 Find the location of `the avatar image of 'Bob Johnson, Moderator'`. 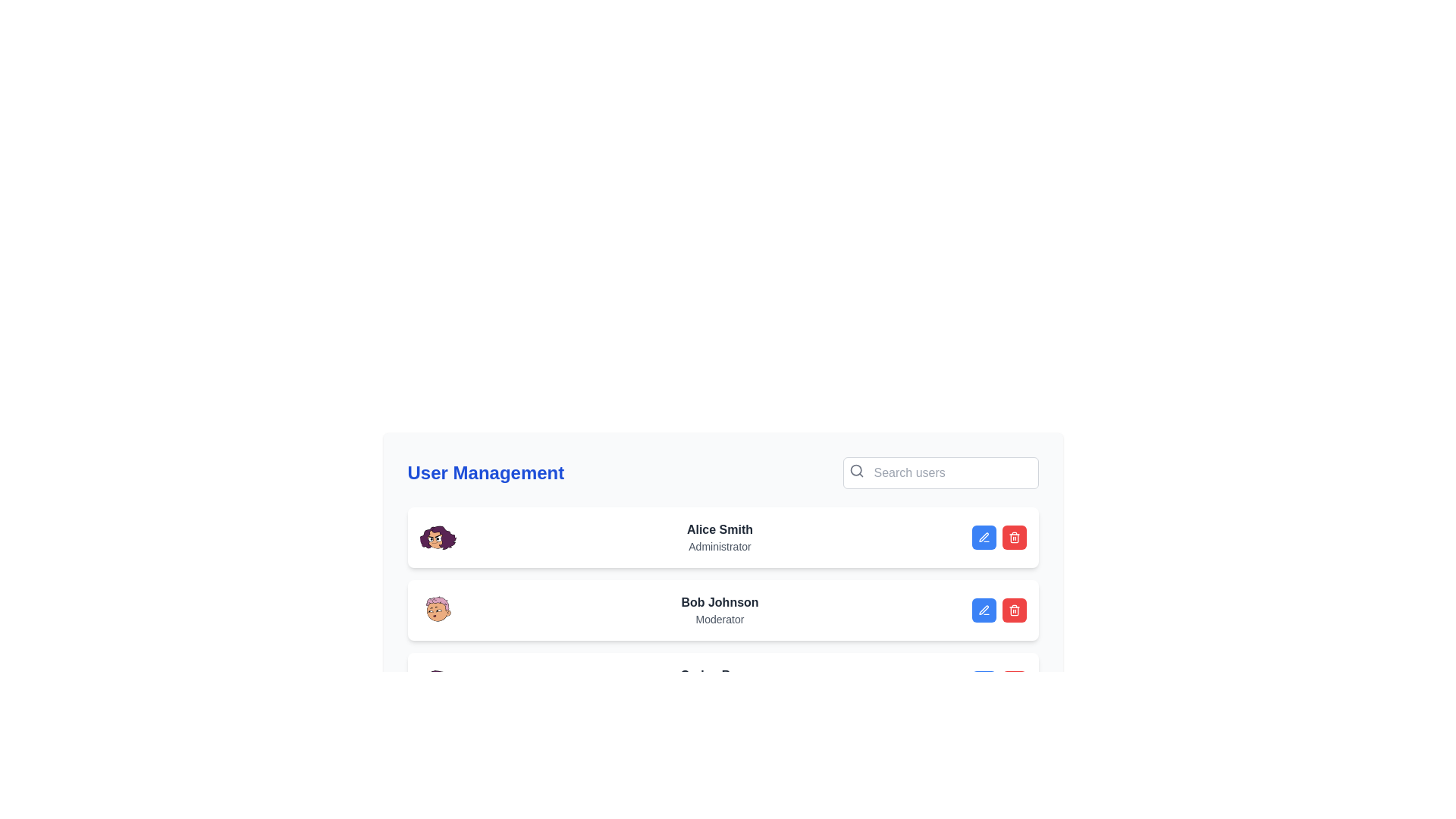

the avatar image of 'Bob Johnson, Moderator' is located at coordinates (437, 610).